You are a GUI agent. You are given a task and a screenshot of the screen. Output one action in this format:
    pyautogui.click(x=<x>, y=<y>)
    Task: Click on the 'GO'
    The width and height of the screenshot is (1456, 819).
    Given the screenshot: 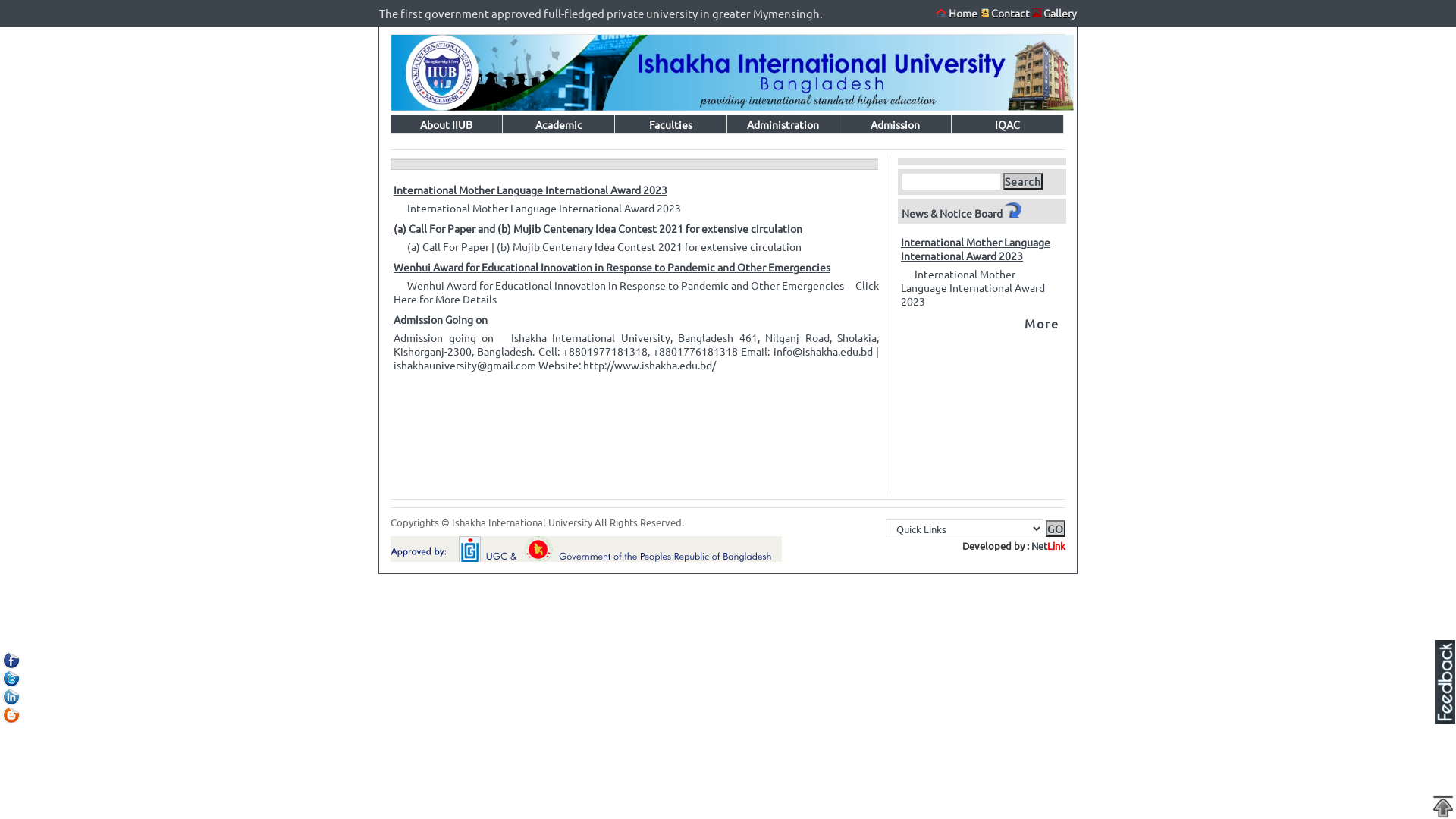 What is the action you would take?
    pyautogui.click(x=1055, y=528)
    